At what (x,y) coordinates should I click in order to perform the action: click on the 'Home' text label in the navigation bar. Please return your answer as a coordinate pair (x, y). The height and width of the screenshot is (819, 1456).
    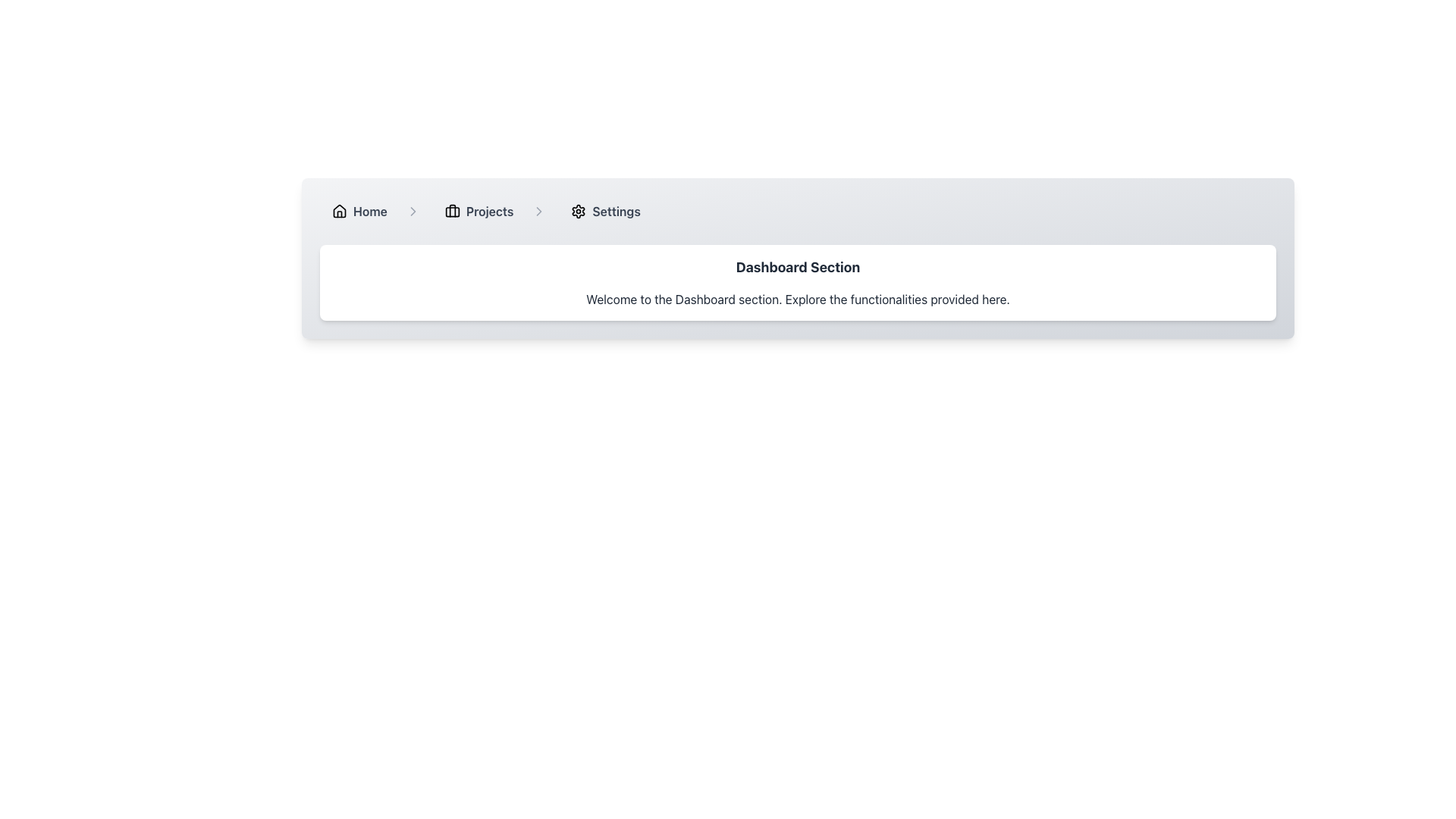
    Looking at the image, I should click on (370, 211).